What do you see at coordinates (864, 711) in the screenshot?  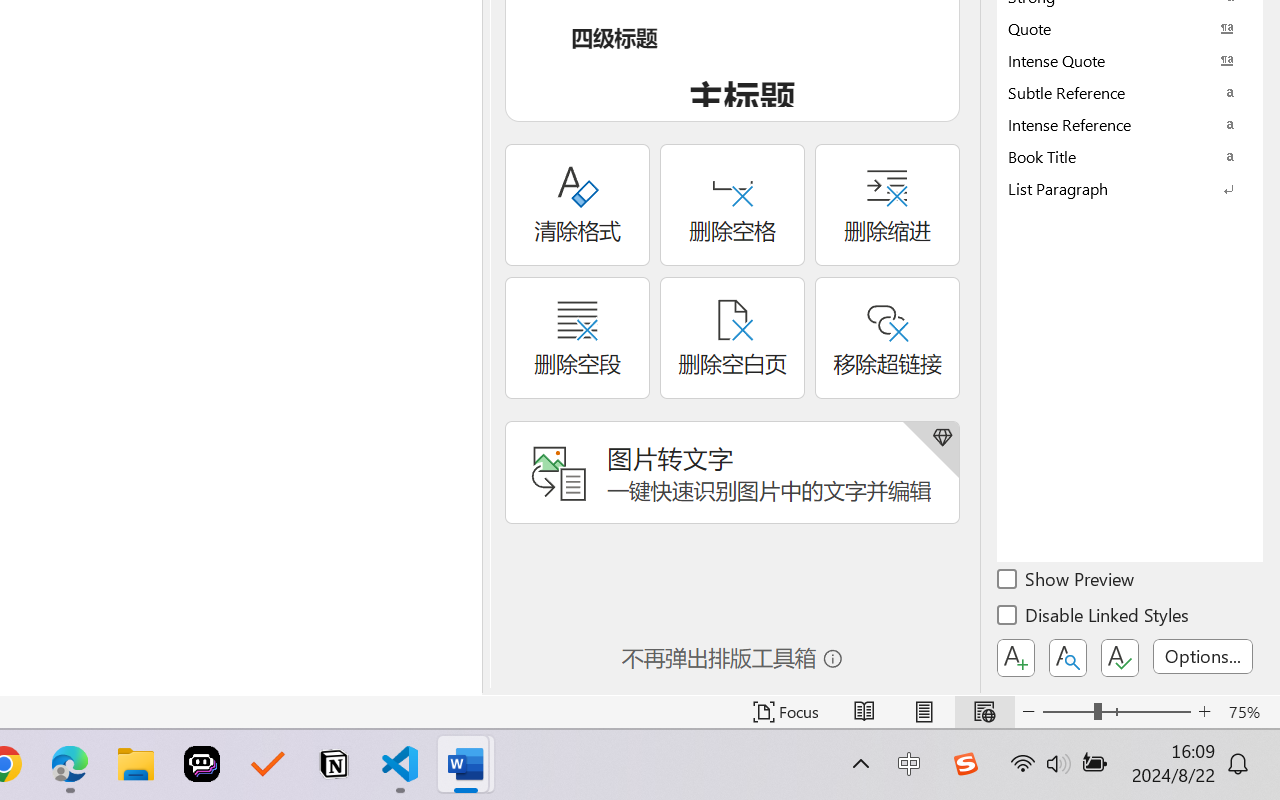 I see `'Read Mode'` at bounding box center [864, 711].